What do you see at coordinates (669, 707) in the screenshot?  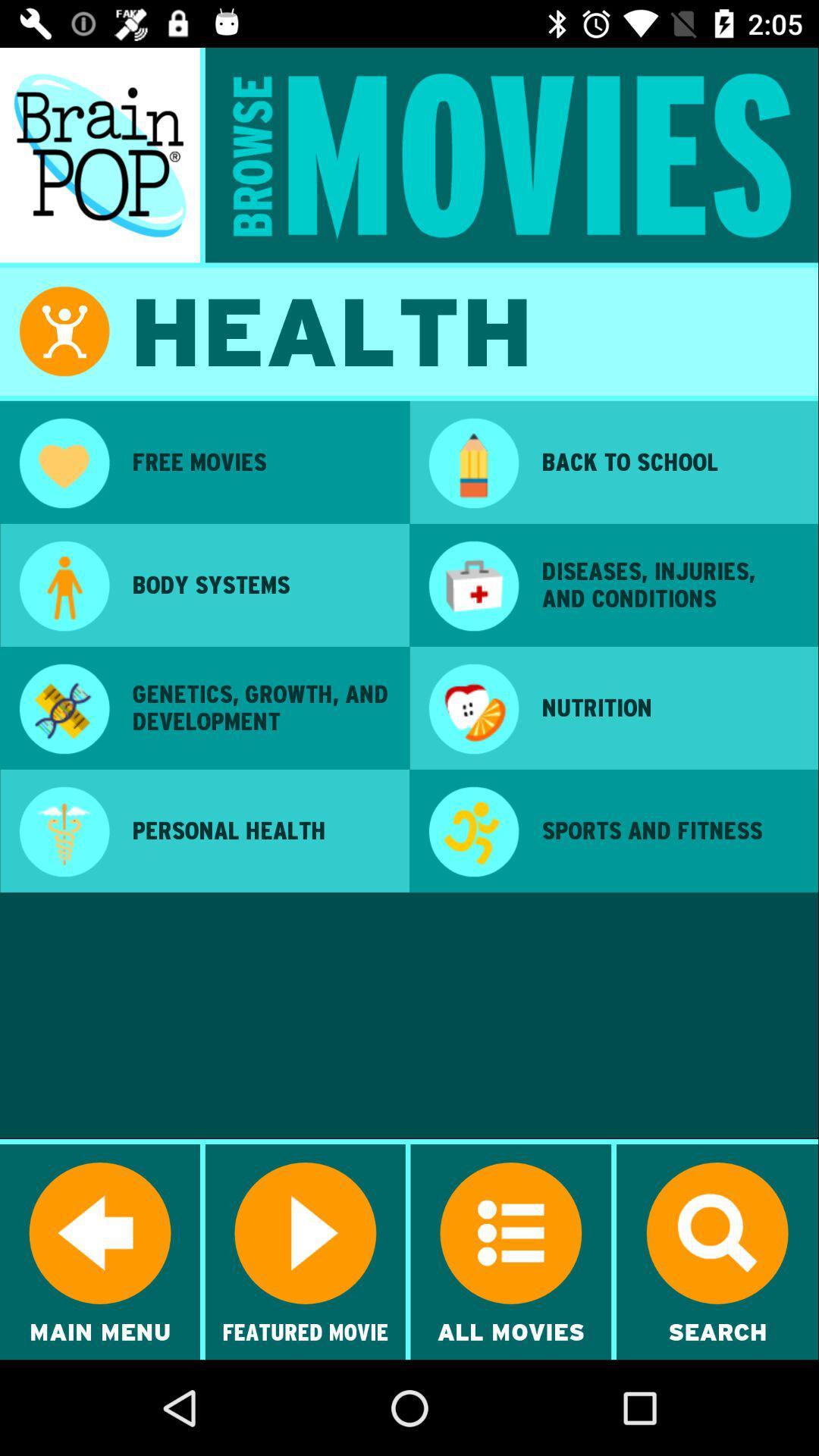 I see `the nutrition icon` at bounding box center [669, 707].